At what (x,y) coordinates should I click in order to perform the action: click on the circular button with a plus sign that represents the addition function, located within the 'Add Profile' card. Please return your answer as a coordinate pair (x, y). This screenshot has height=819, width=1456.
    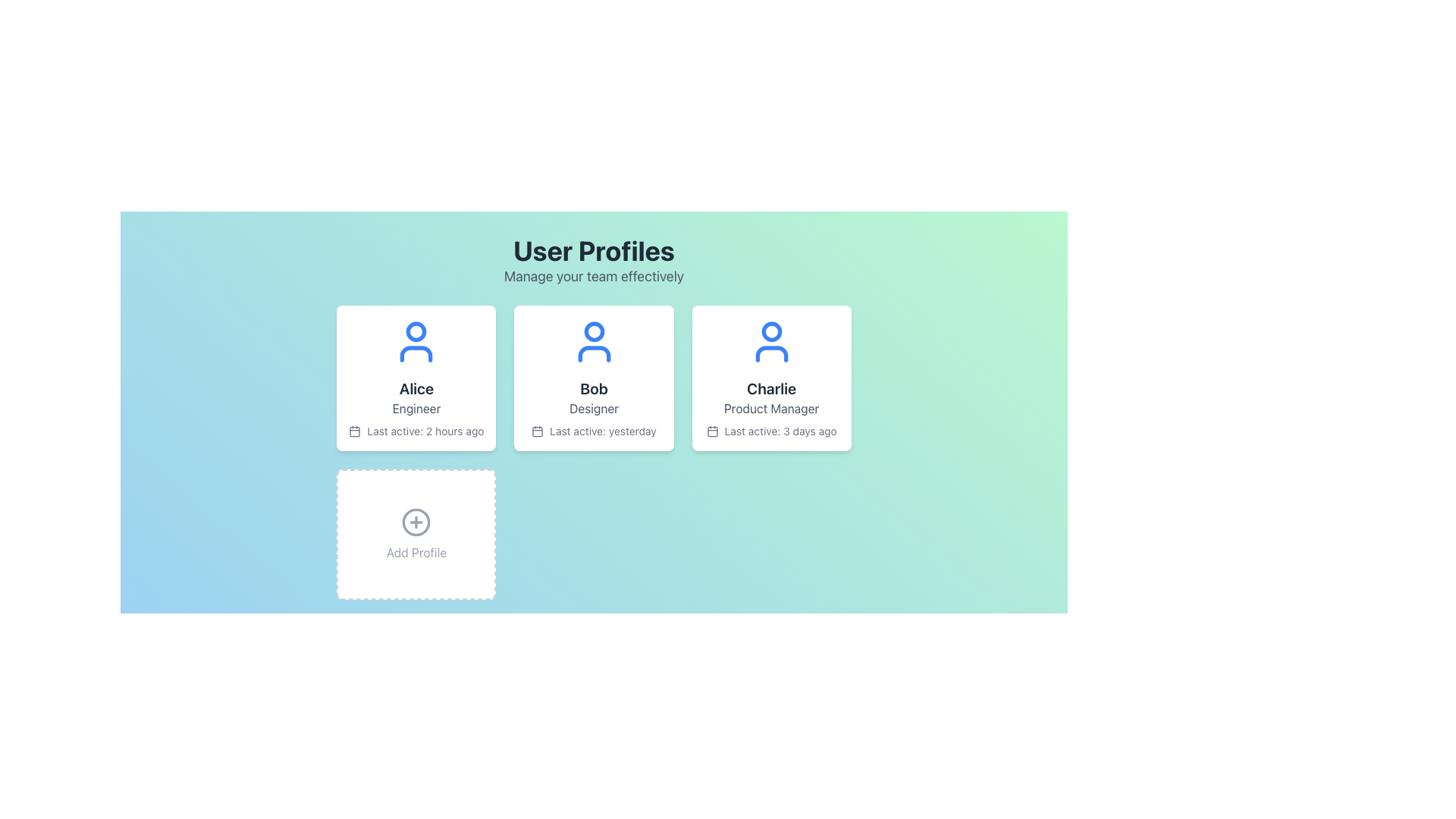
    Looking at the image, I should click on (416, 522).